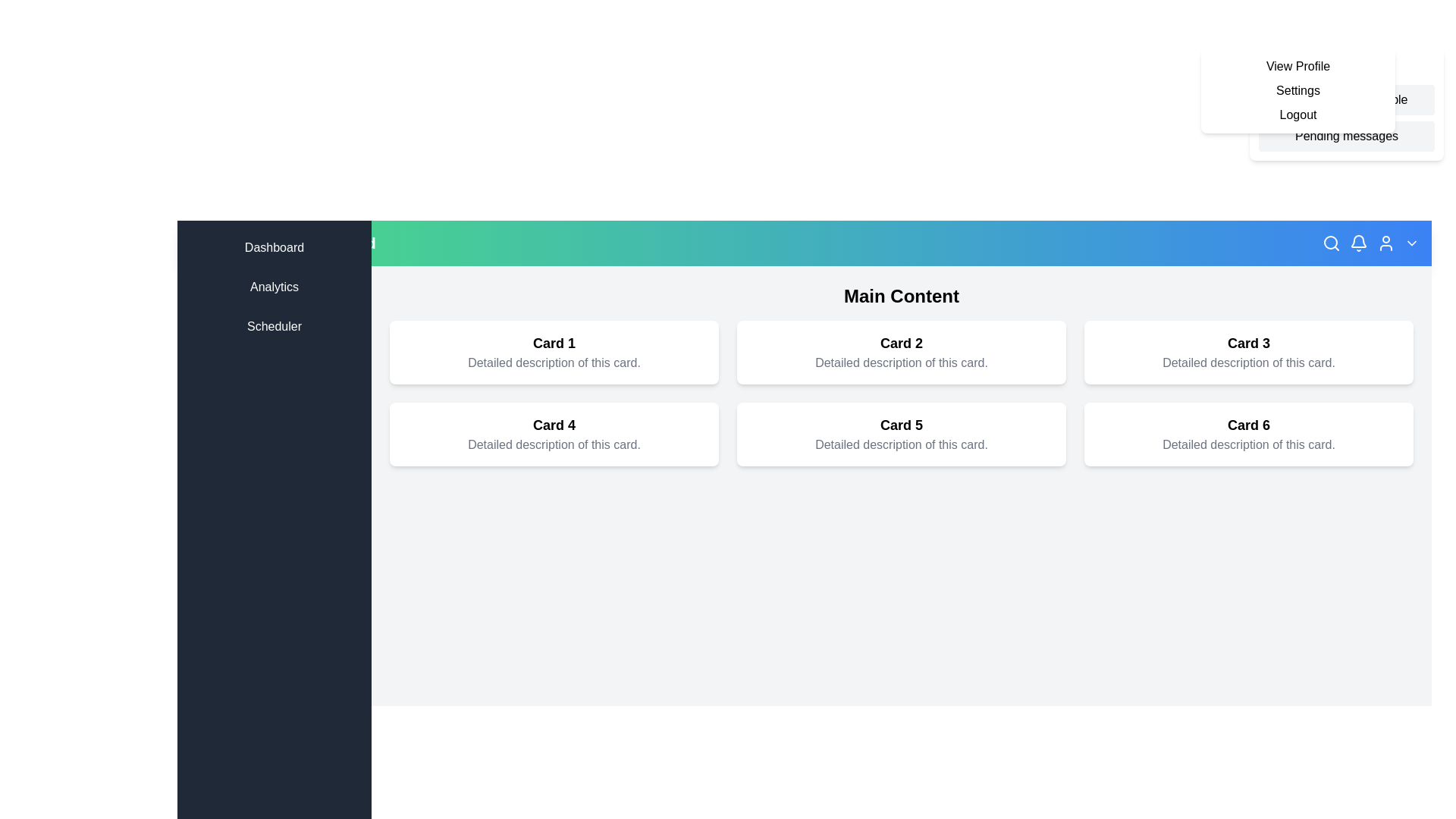  I want to click on the text label that reads 'Detailed description of this card.' which is located within the fourth card titled 'Card 4', so click(553, 444).